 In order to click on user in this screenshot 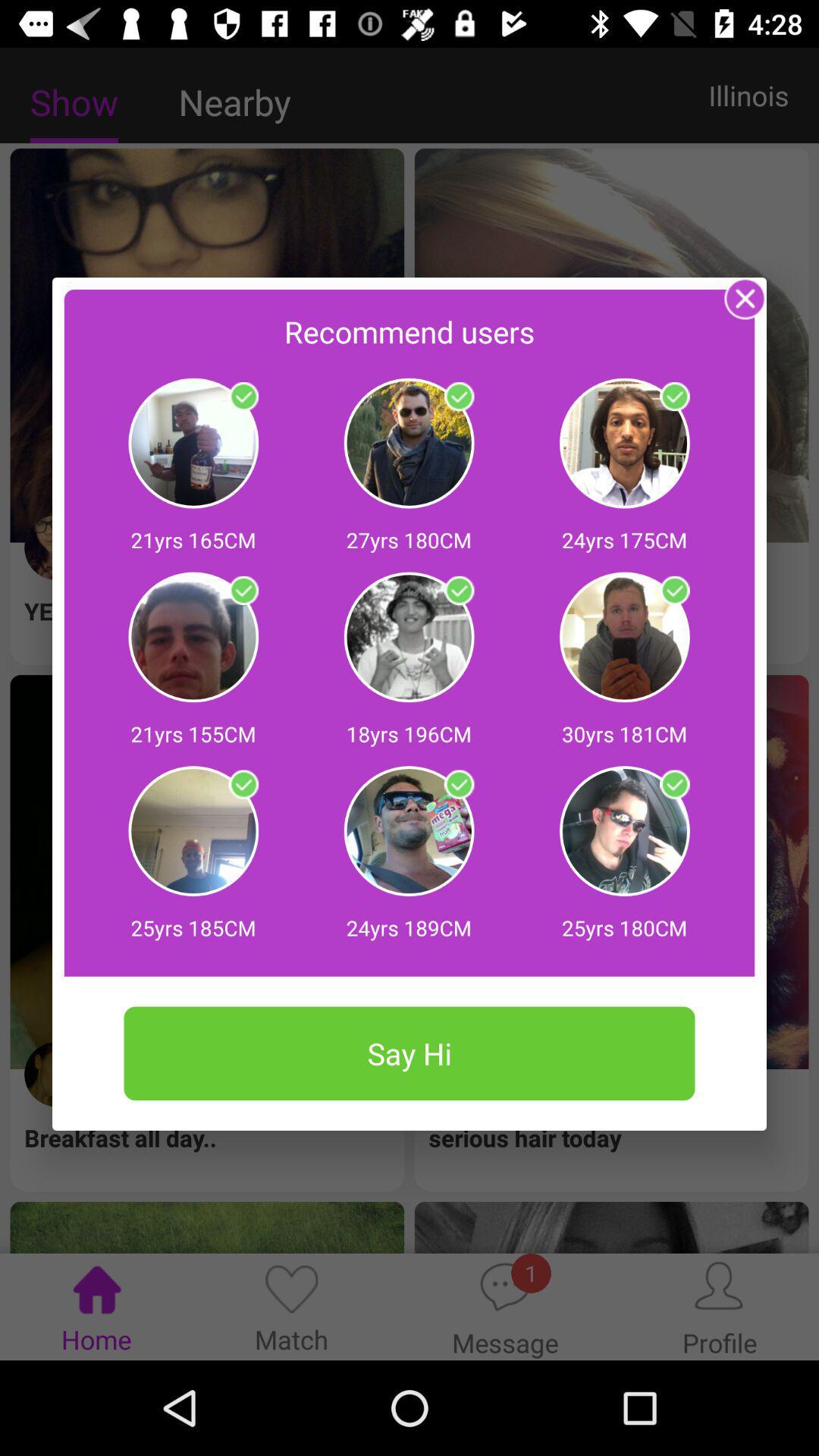, I will do `click(458, 590)`.